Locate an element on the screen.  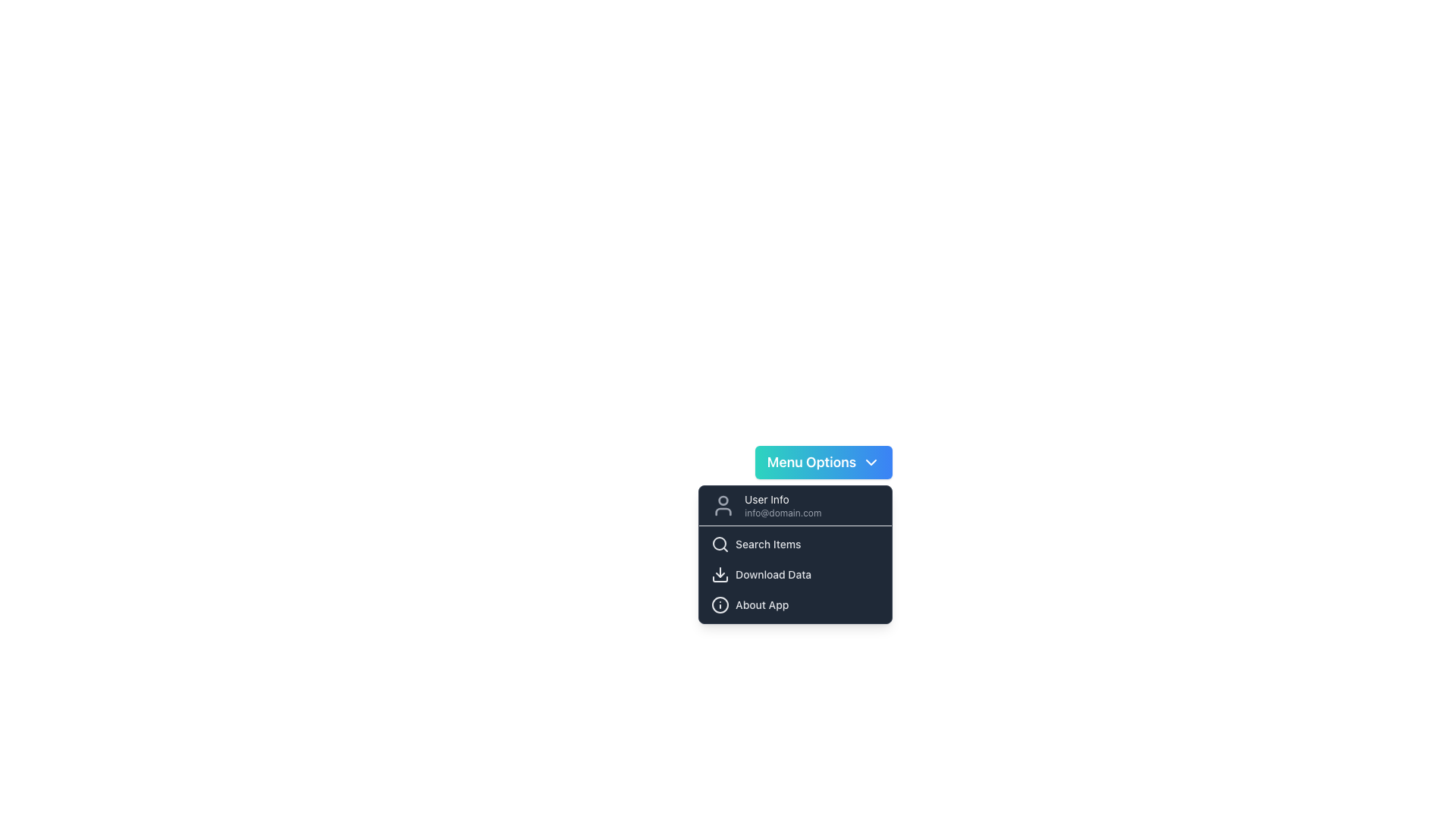
the circular icon at the top of the user profile icon for further interactions is located at coordinates (723, 500).